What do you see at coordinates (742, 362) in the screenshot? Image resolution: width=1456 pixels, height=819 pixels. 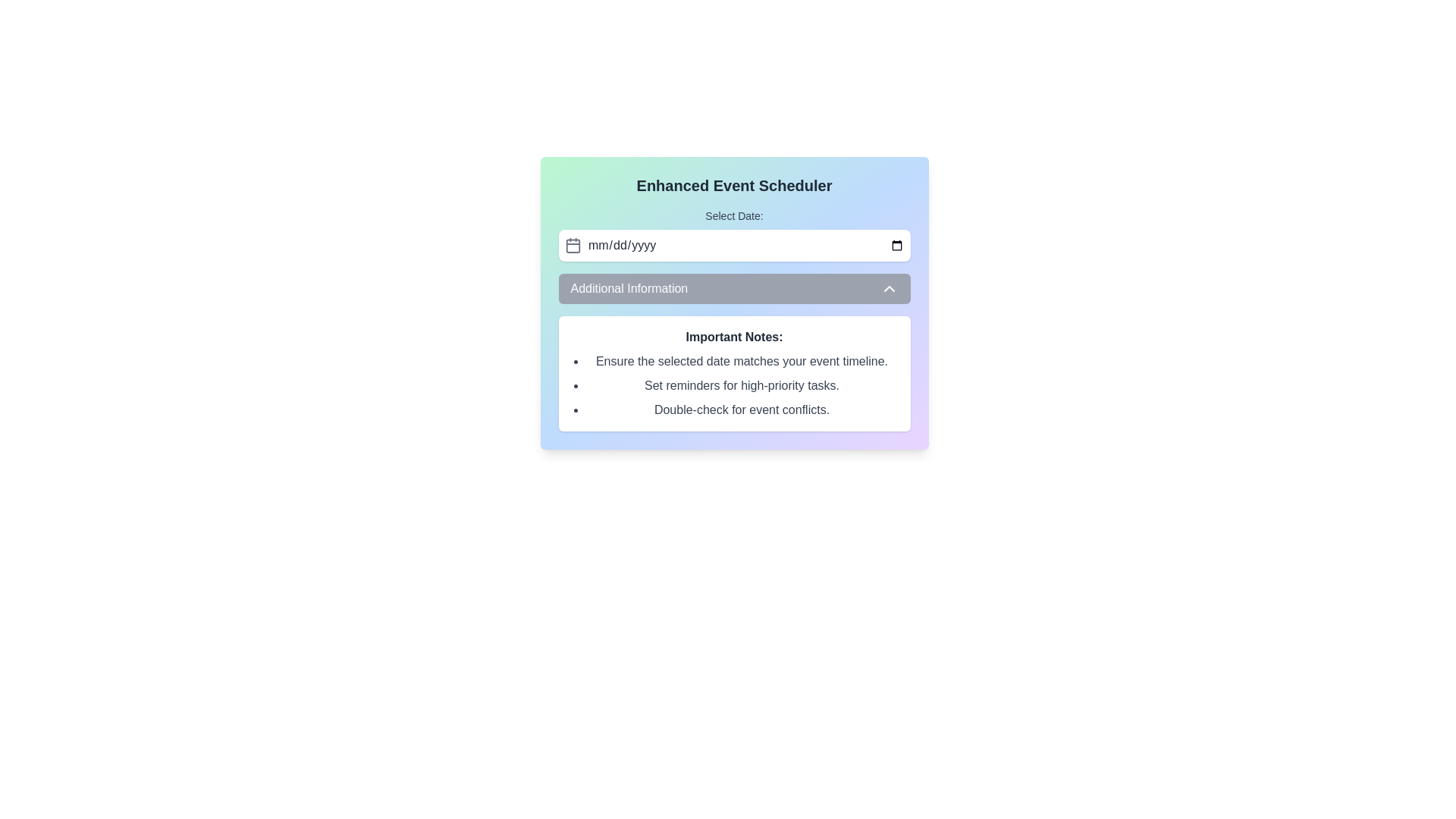 I see `informational guidance text located as the first item in the bulleted list under the heading 'Important Notes:' in the lower section of the UI interface` at bounding box center [742, 362].